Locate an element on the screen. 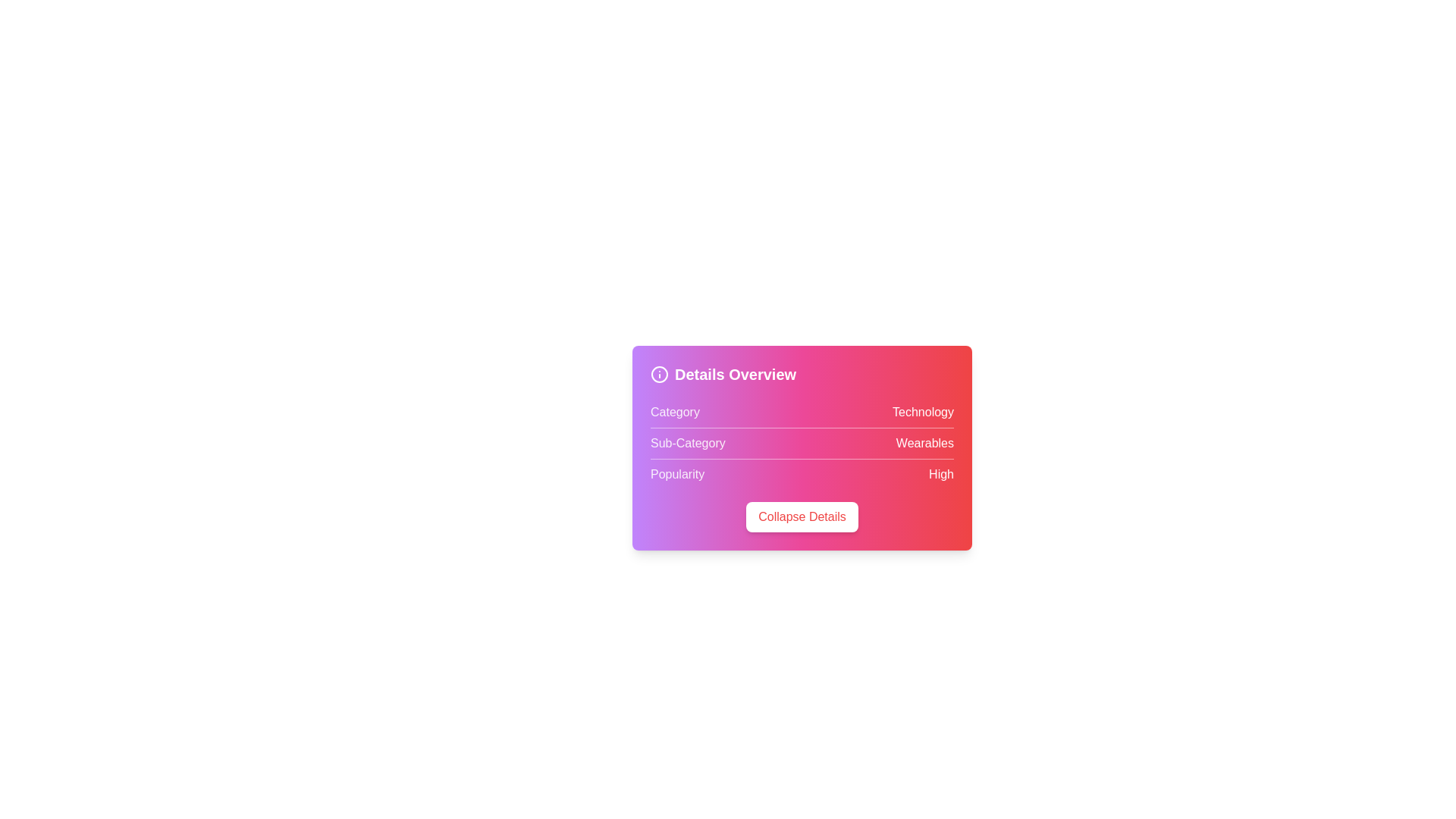 The height and width of the screenshot is (819, 1456). the Text label that displays the category of an item, located on the right side of the 'Category' label under the 'Details Overview' header is located at coordinates (922, 412).